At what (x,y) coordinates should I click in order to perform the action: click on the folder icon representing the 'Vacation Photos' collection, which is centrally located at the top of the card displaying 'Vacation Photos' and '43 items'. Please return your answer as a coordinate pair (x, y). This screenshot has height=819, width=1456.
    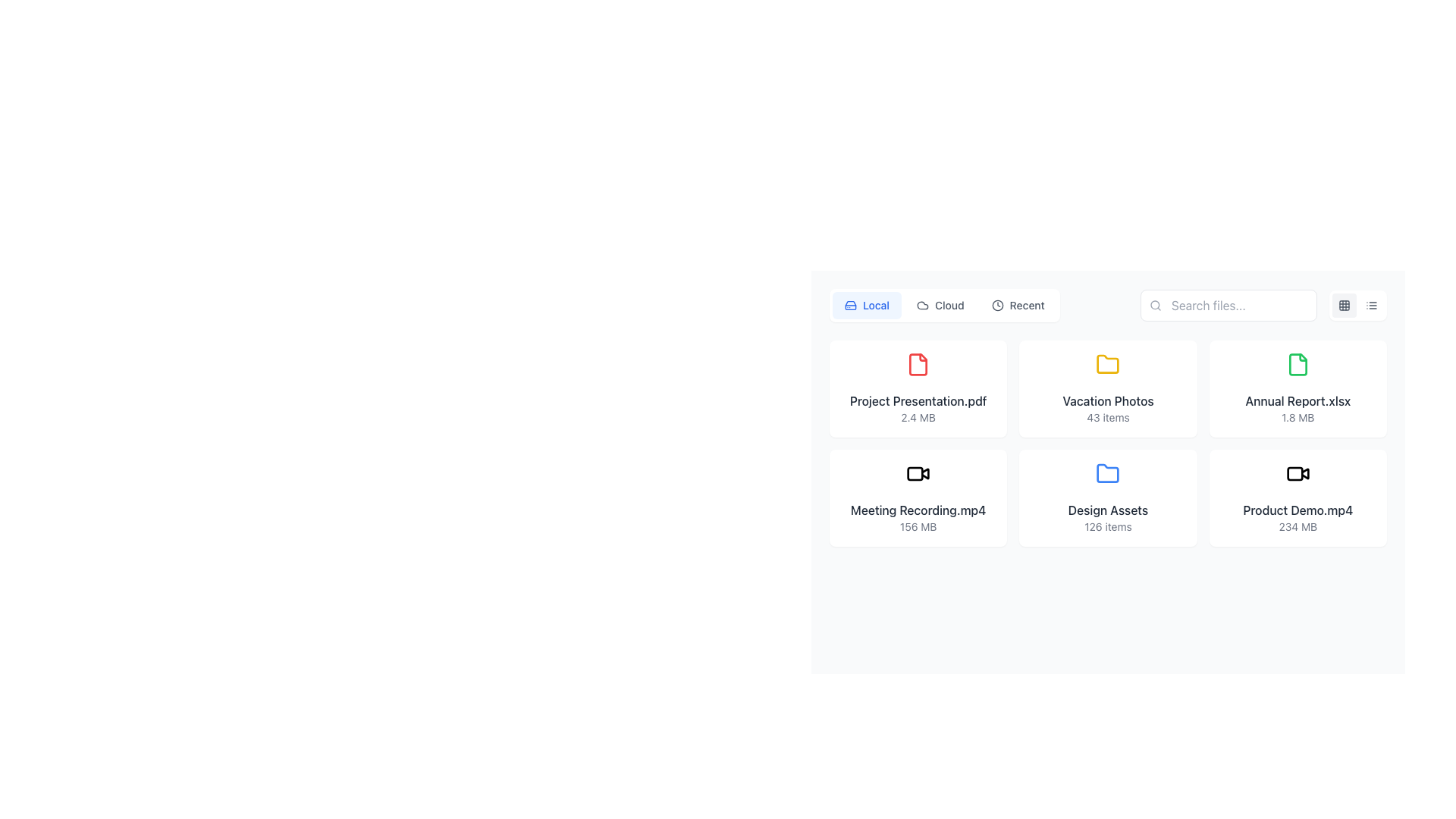
    Looking at the image, I should click on (1108, 365).